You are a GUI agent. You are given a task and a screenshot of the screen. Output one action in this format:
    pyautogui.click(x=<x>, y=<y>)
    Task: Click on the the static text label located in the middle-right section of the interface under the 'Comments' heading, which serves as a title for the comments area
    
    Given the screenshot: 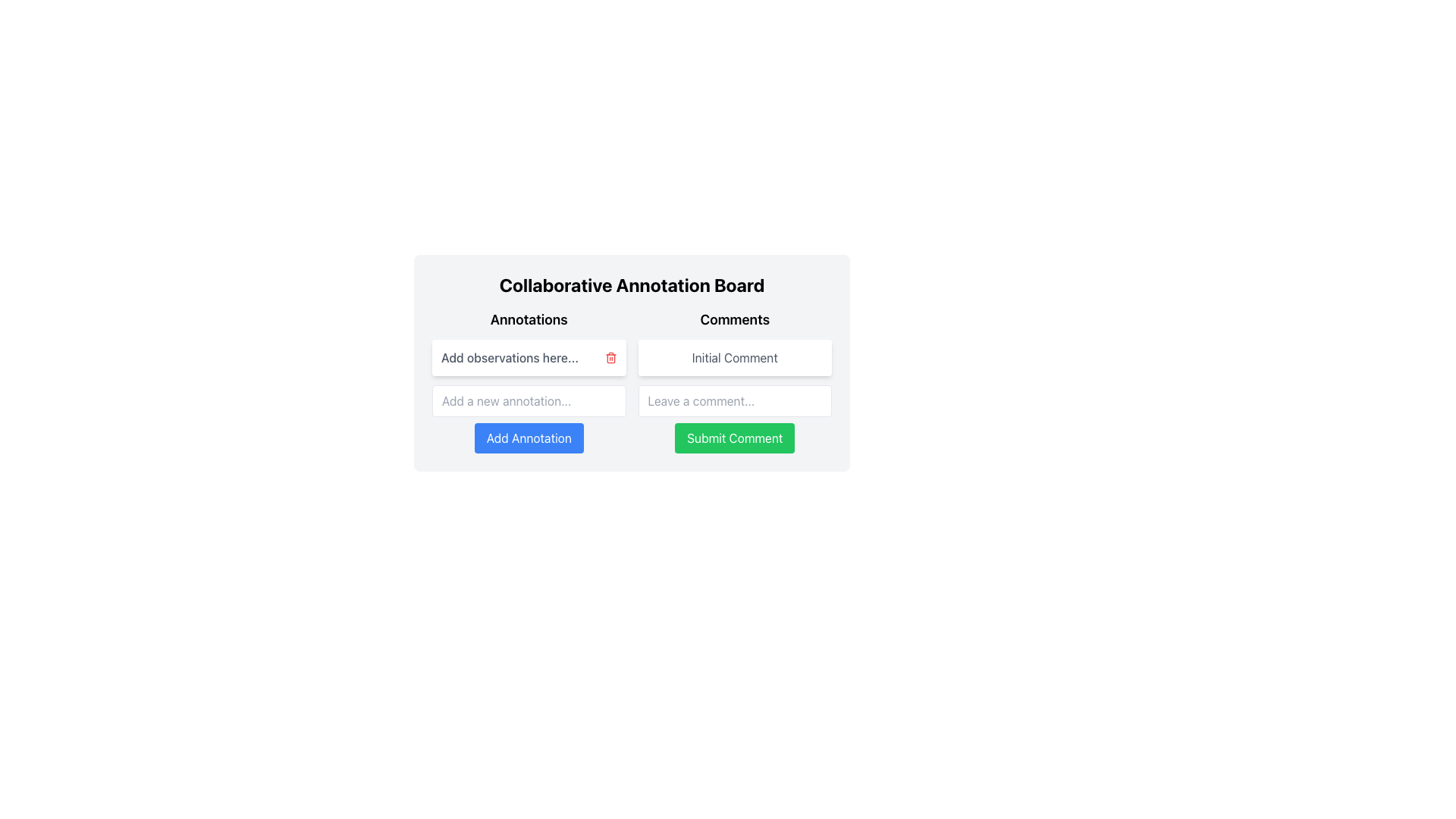 What is the action you would take?
    pyautogui.click(x=735, y=357)
    